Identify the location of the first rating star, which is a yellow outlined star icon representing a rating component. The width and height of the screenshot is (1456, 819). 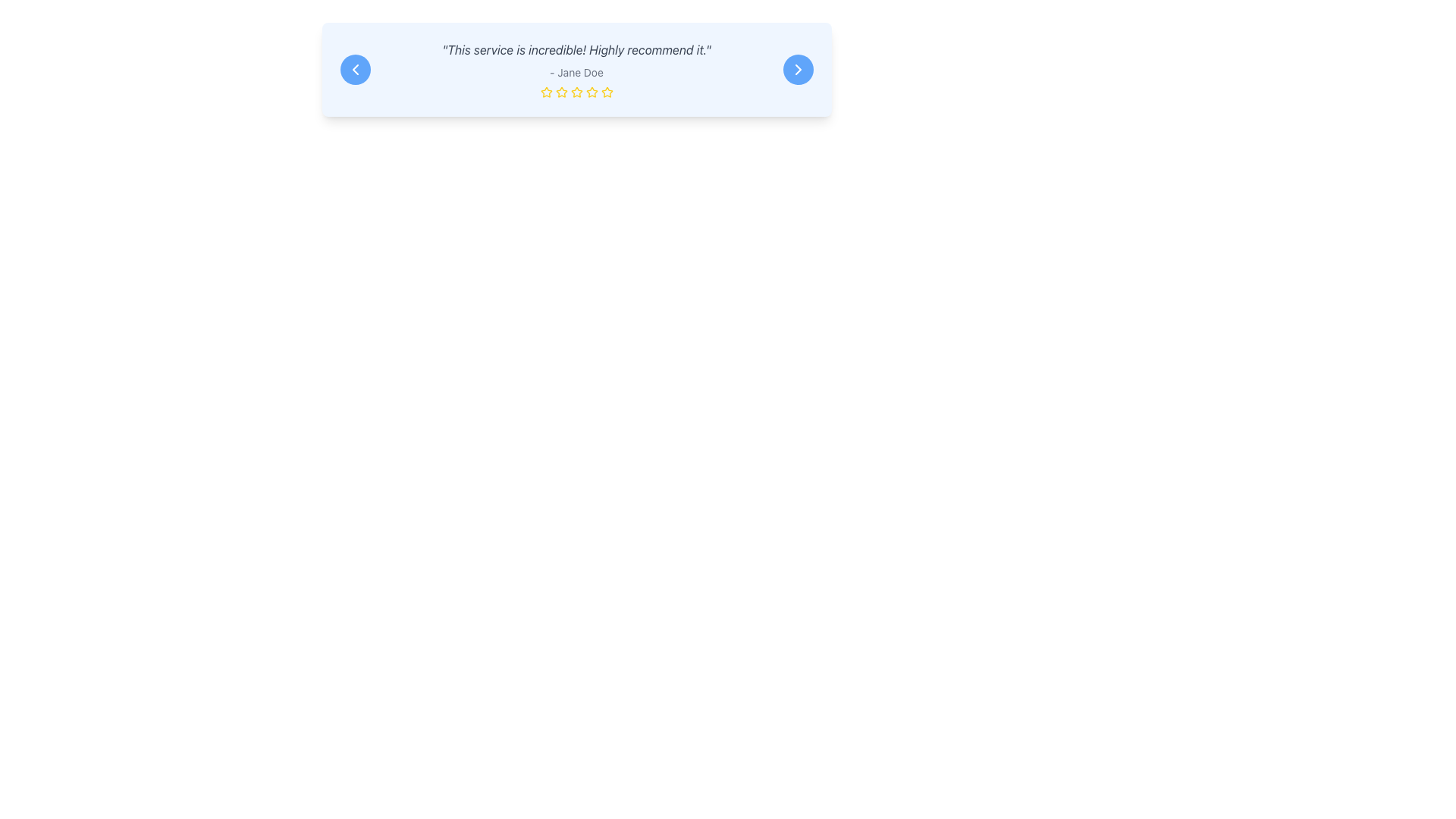
(546, 93).